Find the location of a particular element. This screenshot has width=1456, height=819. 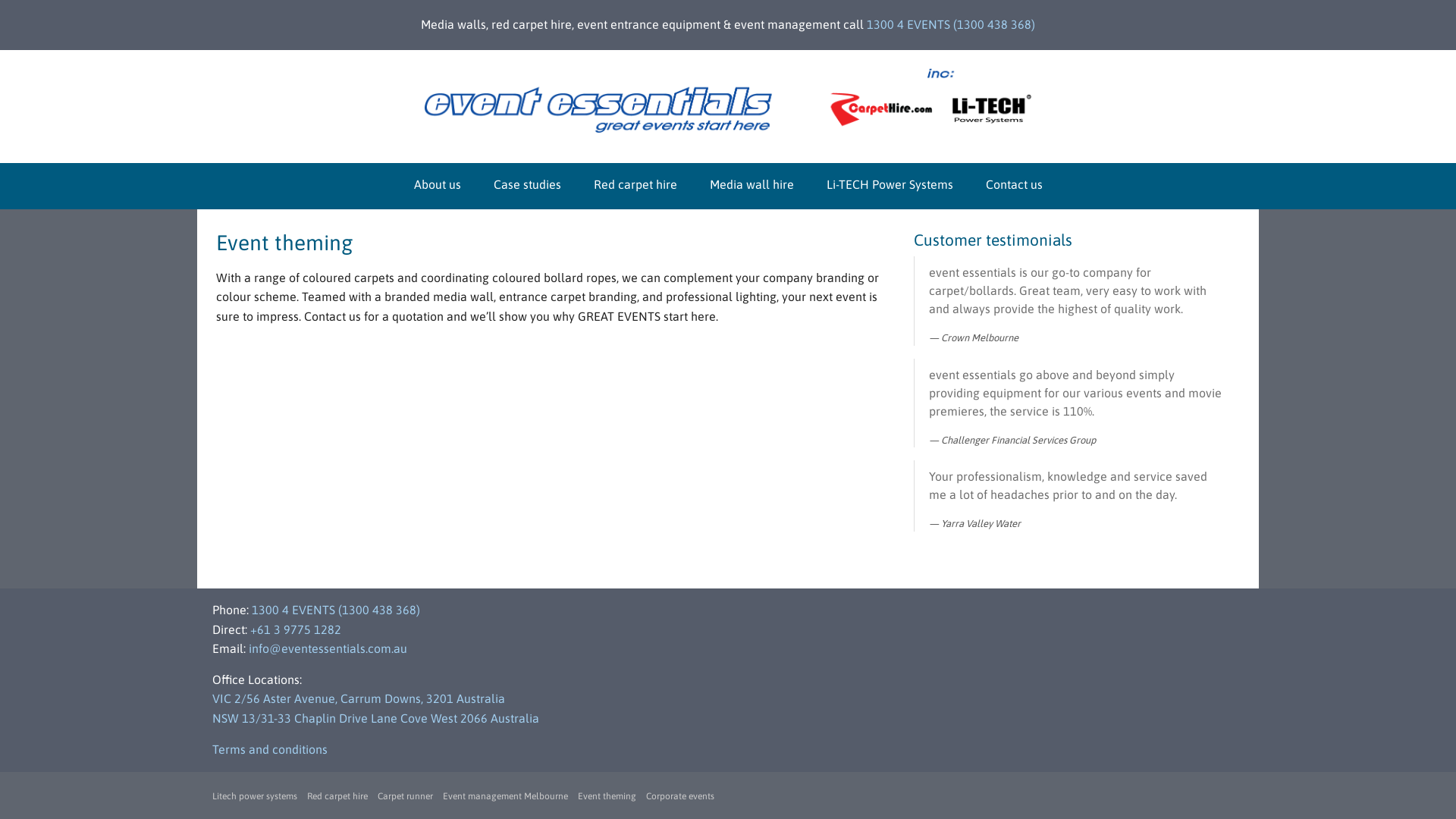

'info@eventessentials.com.au' is located at coordinates (327, 648).